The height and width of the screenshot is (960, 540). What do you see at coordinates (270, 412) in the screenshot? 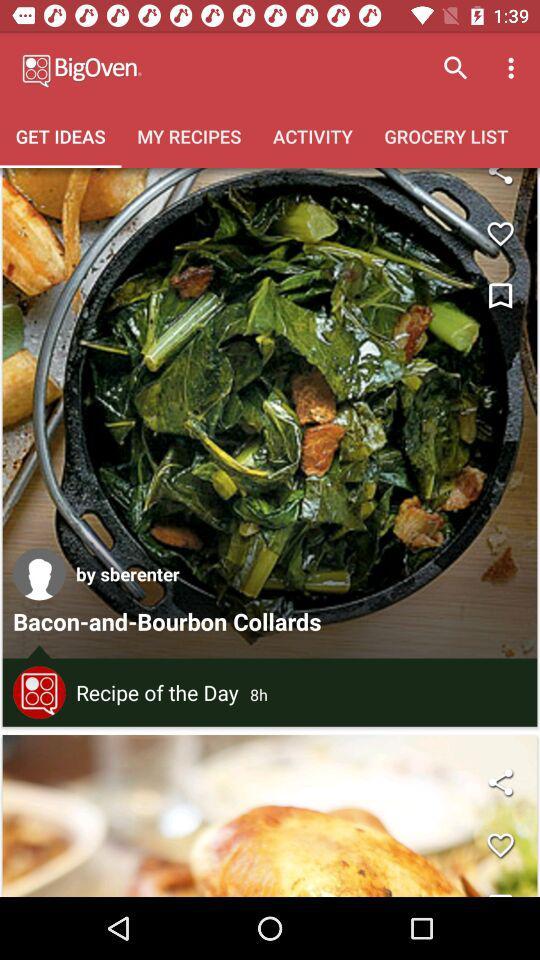
I see `open recipe` at bounding box center [270, 412].